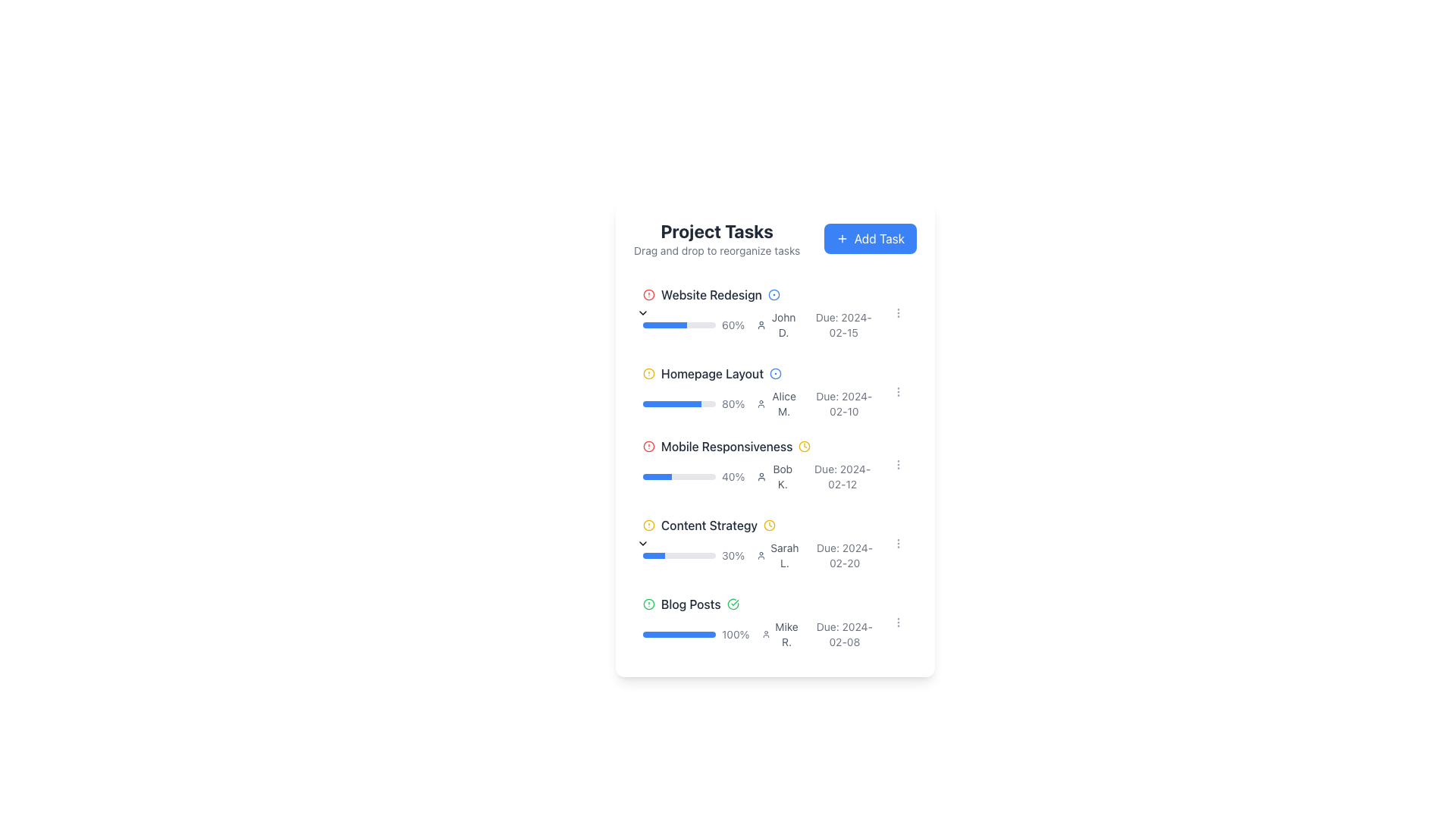  I want to click on the small yellow clock icon located in the 'Mobile Responsiveness' task entry, positioned on the far-right side next to other task details, so click(804, 446).